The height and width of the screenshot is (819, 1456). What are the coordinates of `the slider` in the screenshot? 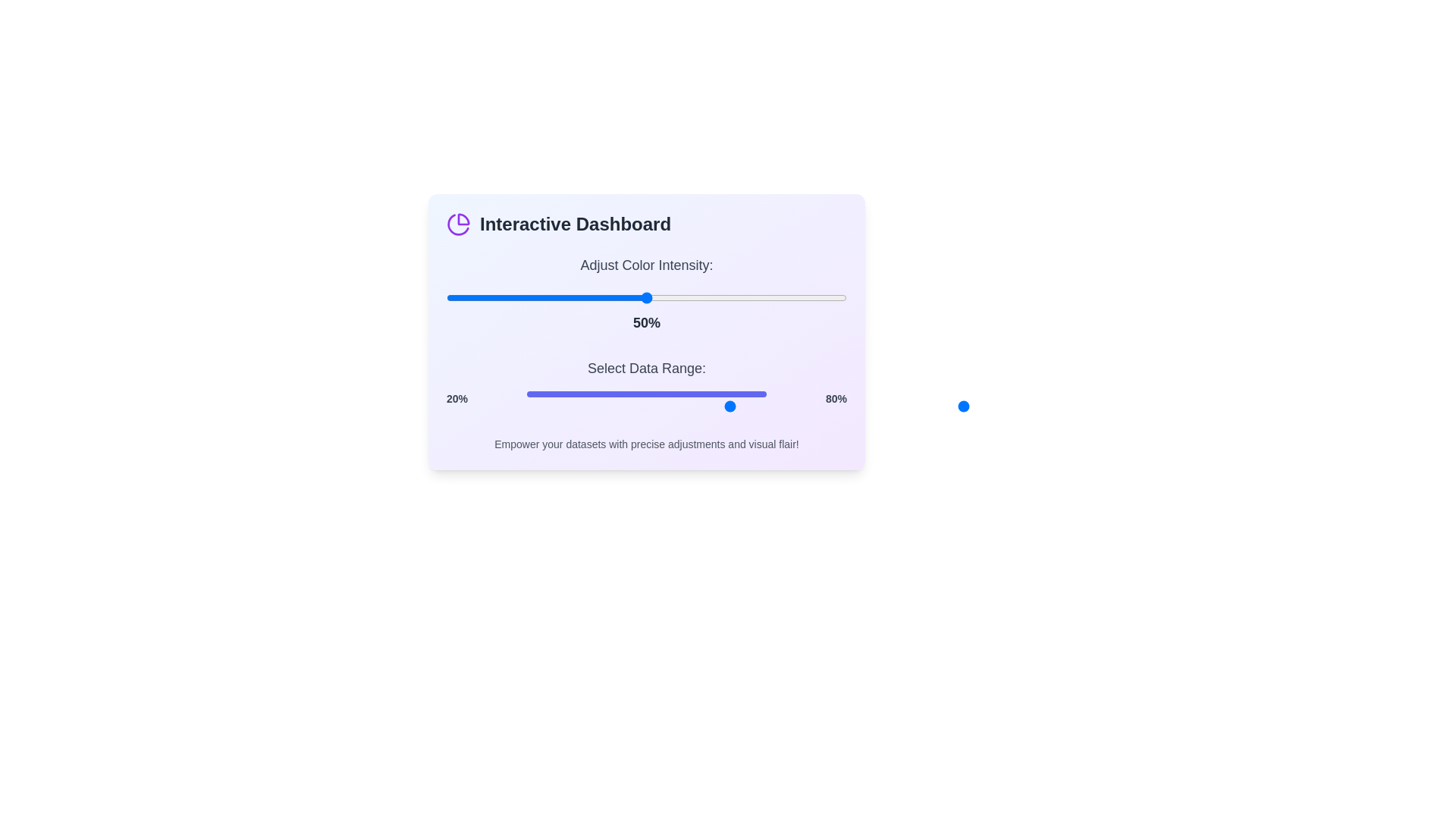 It's located at (826, 406).